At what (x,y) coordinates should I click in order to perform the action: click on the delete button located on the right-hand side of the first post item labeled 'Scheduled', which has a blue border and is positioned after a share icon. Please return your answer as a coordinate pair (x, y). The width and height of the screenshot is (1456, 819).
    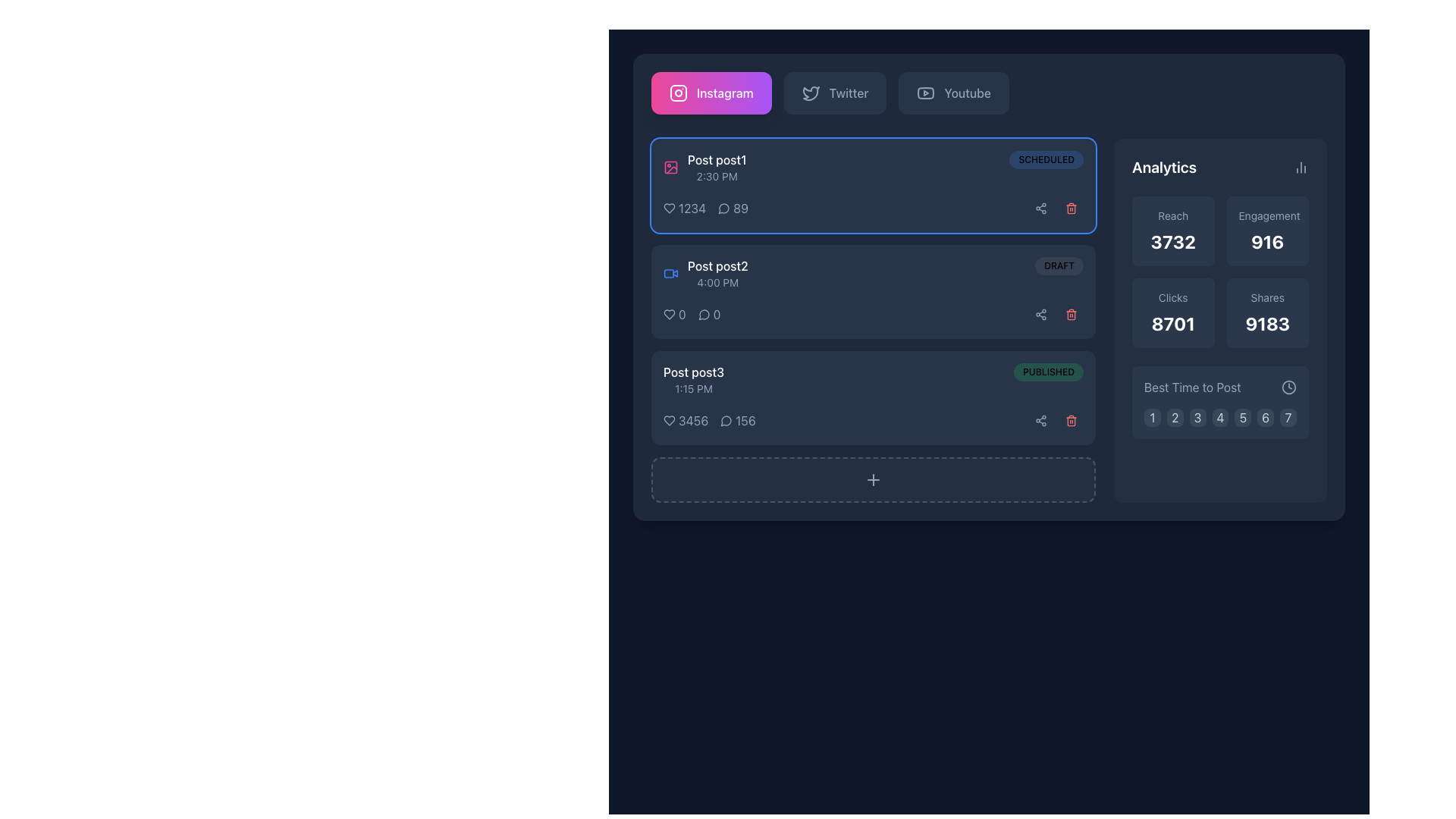
    Looking at the image, I should click on (1070, 208).